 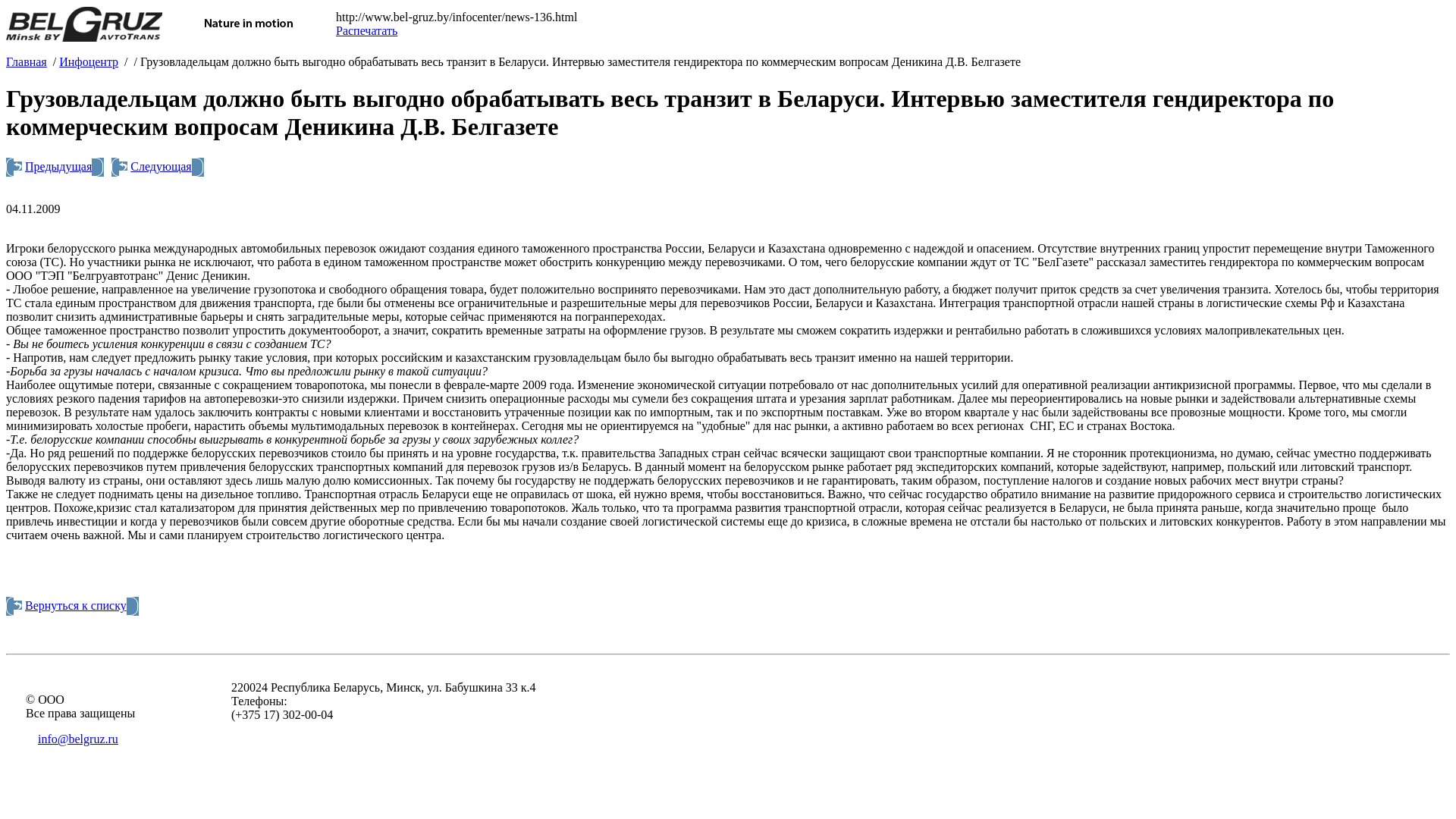 I want to click on 'info@belgruz.ru', so click(x=77, y=738).